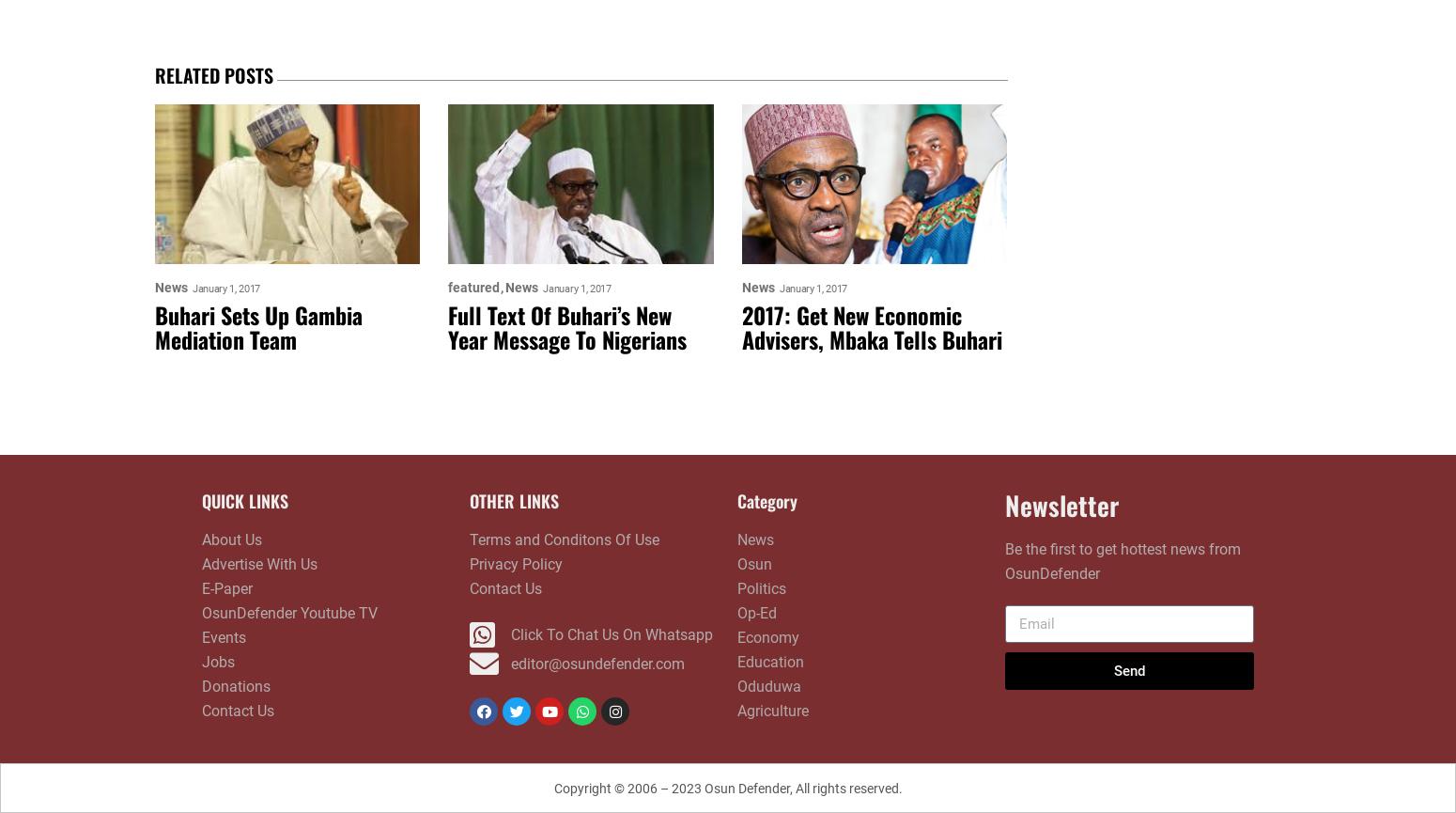  I want to click on 'Click To Chat Us On Whatsapp', so click(610, 633).